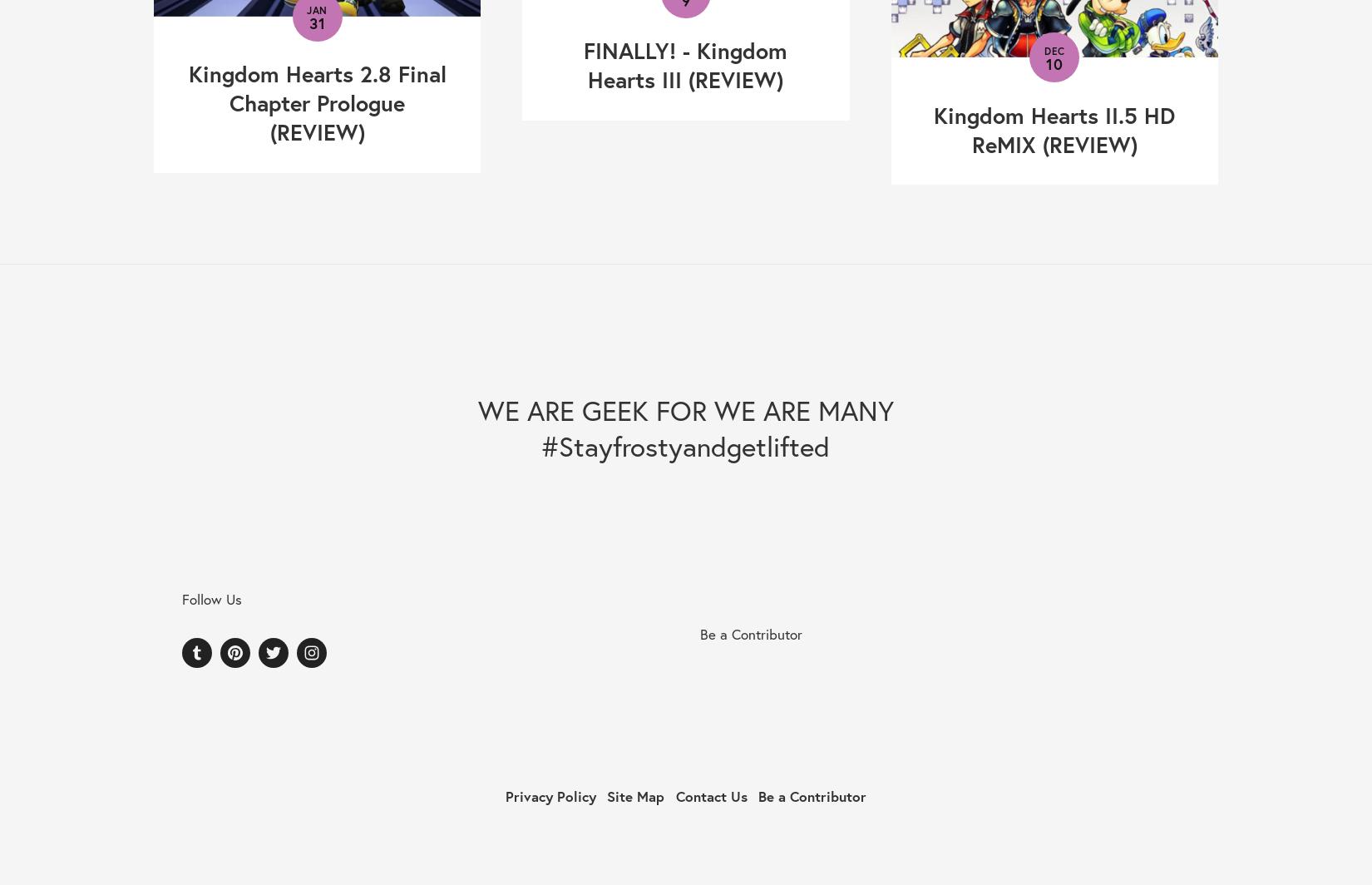 This screenshot has width=1372, height=885. I want to click on 'WE ARE GEEK FOR WE ARE MANY', so click(684, 408).